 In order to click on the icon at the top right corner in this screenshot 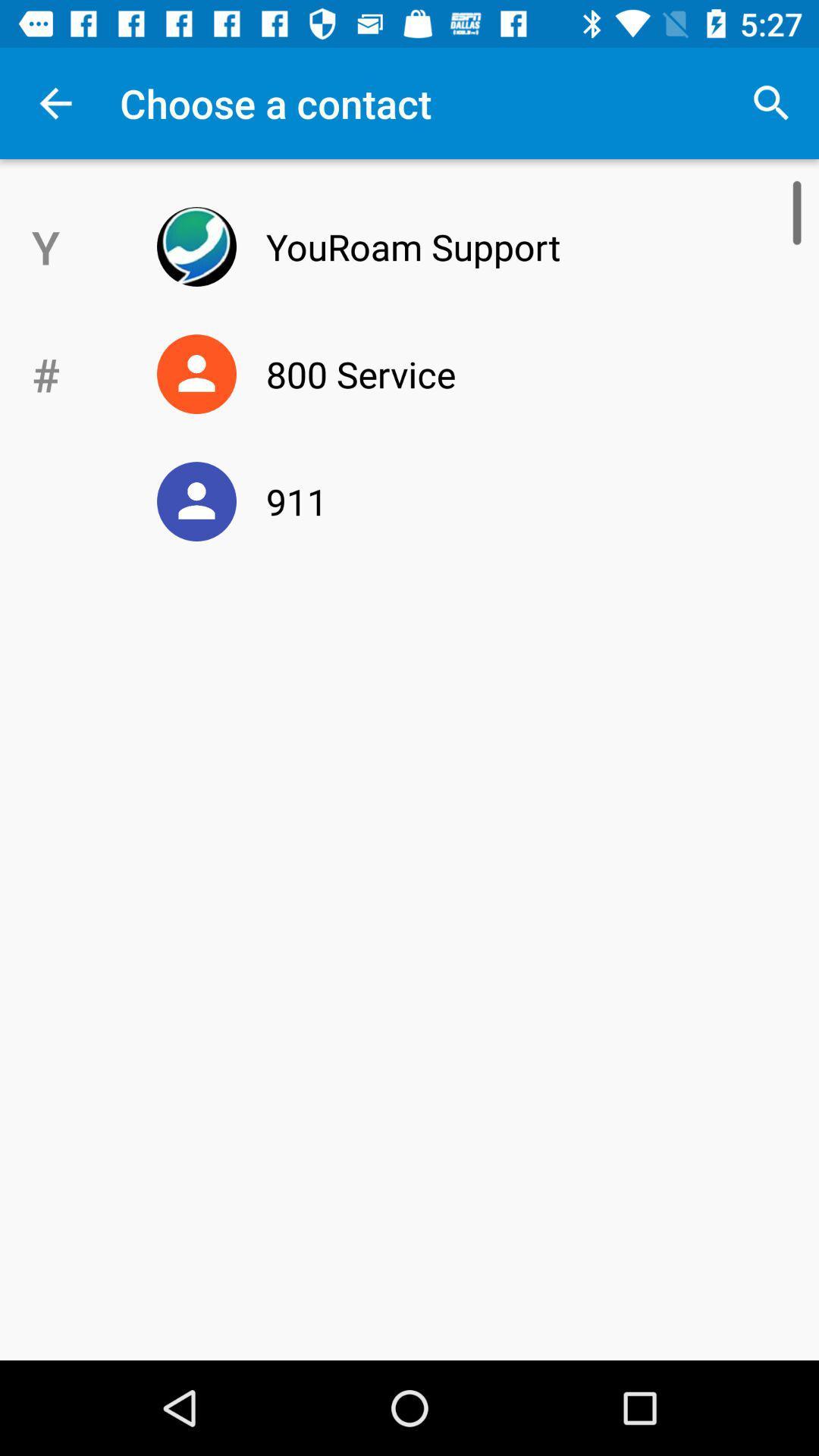, I will do `click(771, 102)`.